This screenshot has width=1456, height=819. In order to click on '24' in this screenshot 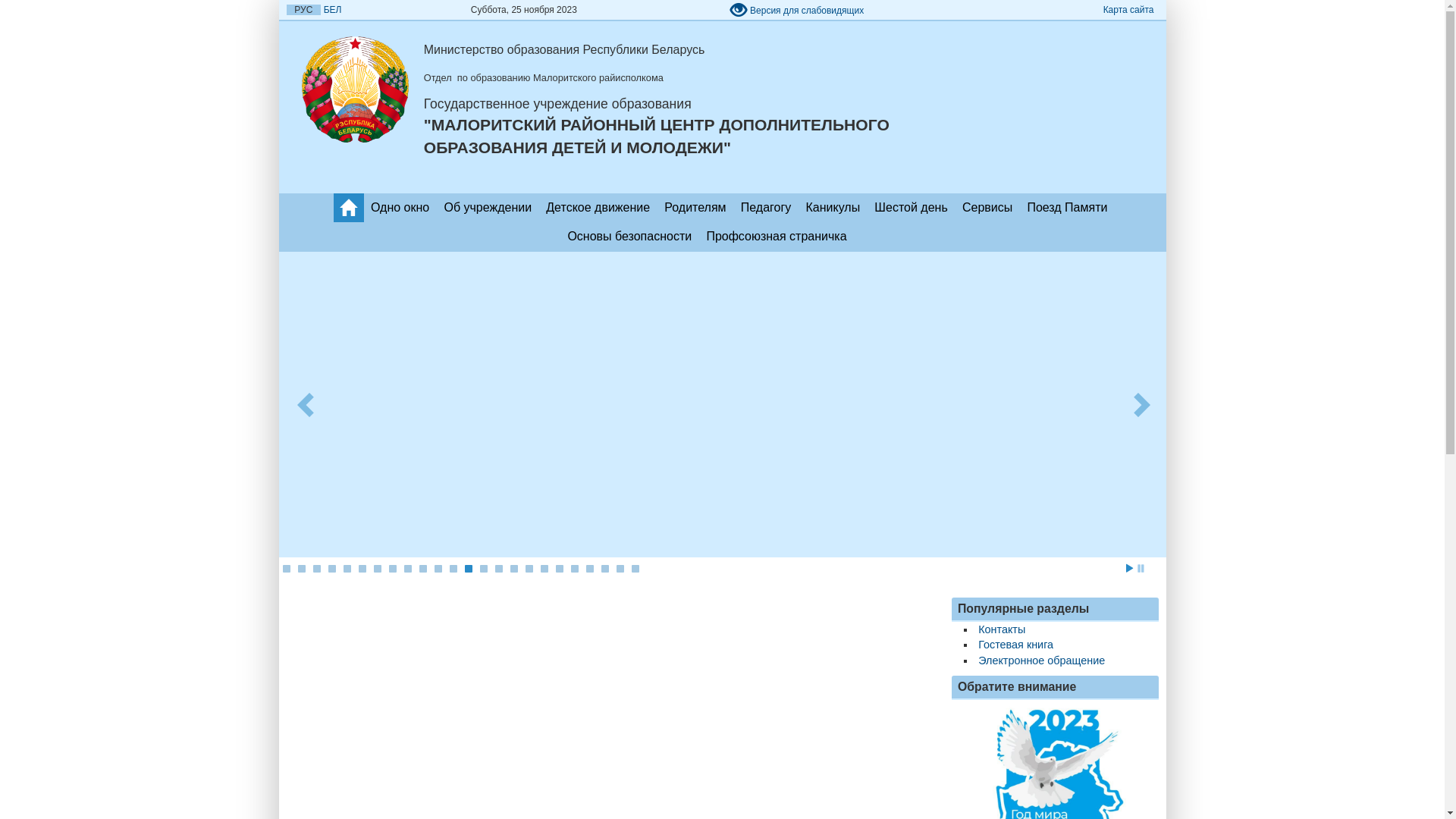, I will do `click(634, 568)`.